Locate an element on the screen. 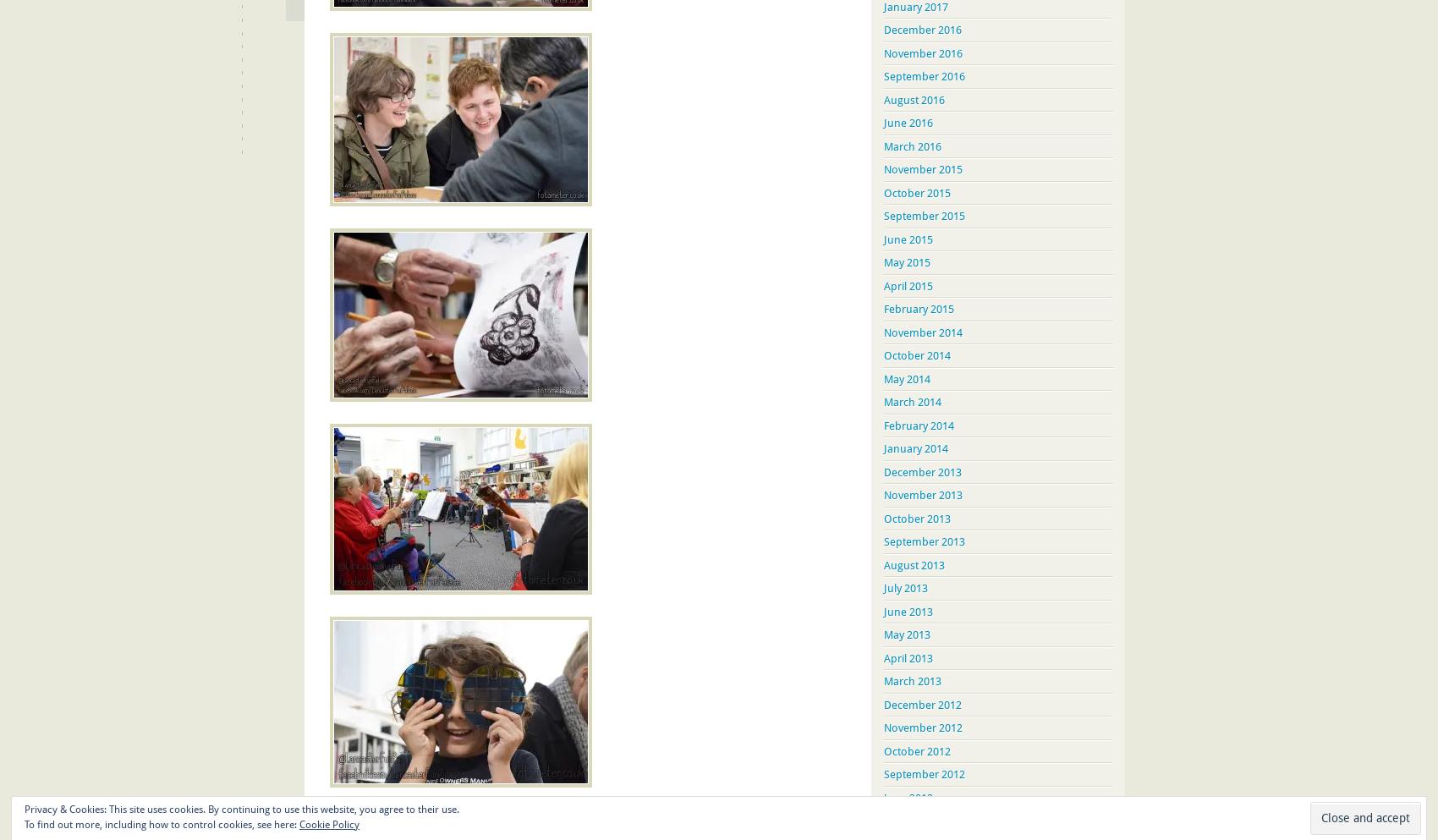 This screenshot has height=840, width=1438. 'April 2013' is located at coordinates (908, 656).